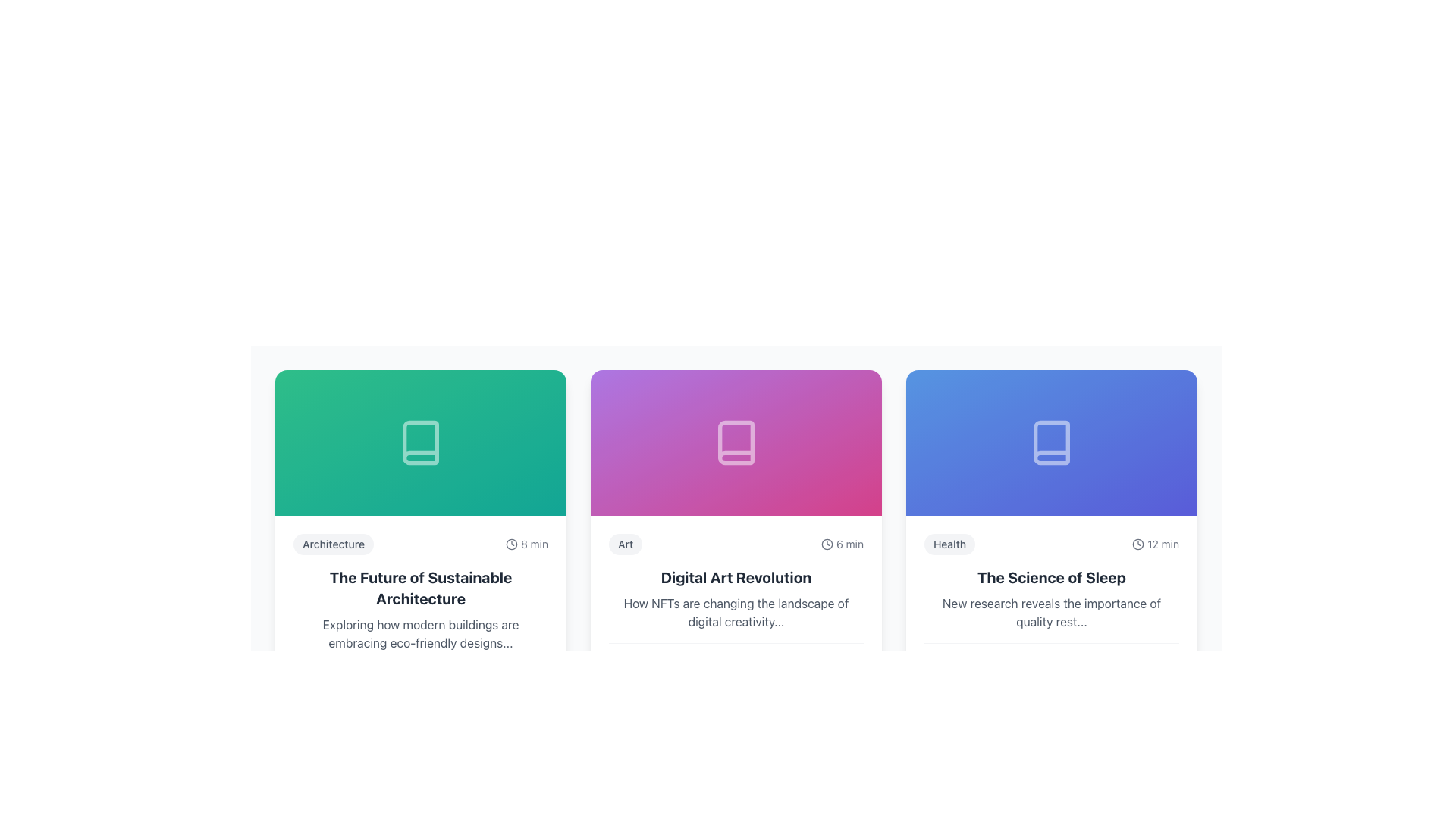 The width and height of the screenshot is (1456, 819). I want to click on the first content card in the horizontal grid layout, so click(421, 546).